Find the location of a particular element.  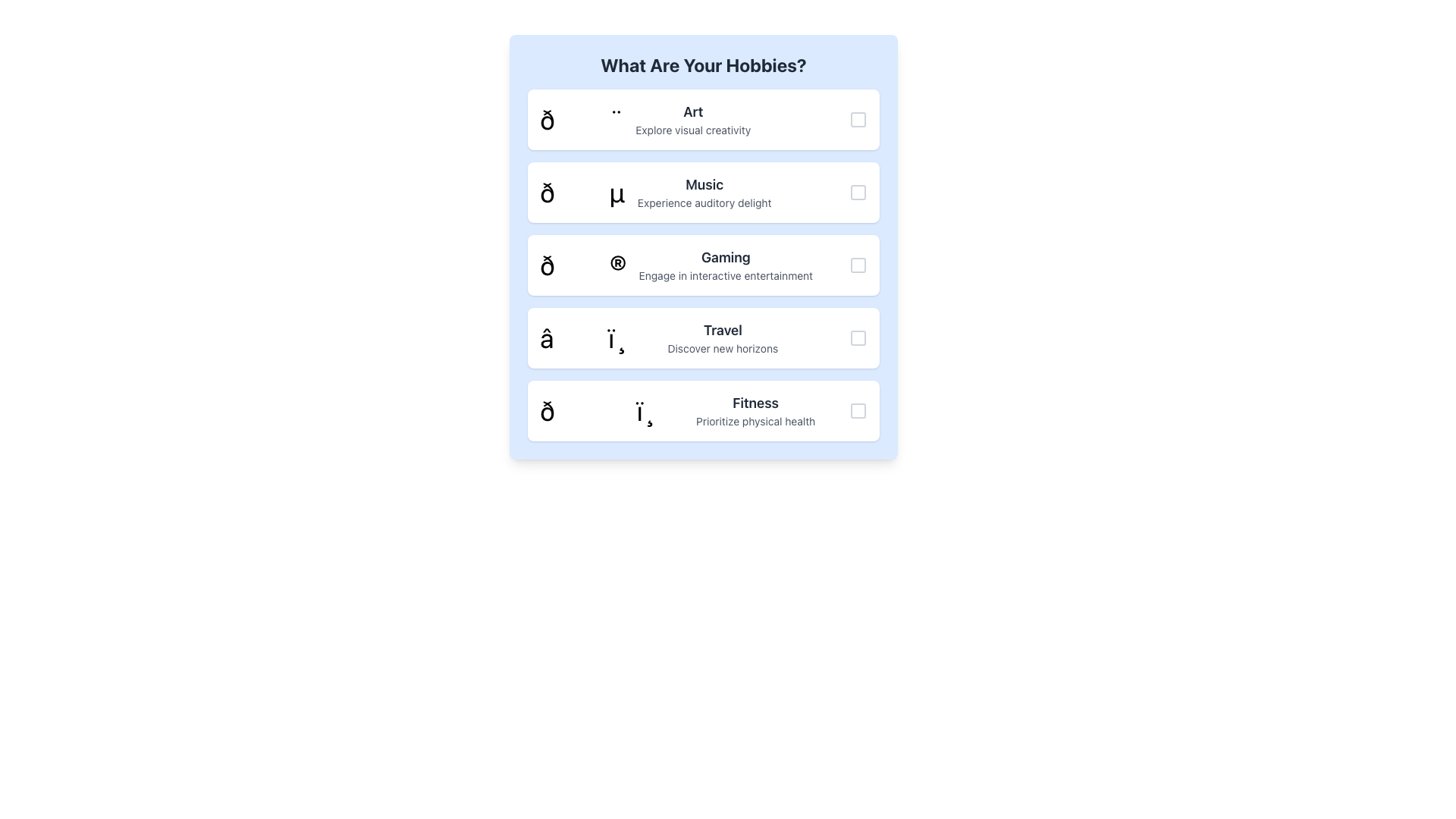

the non-interactive text block that provides a title and description for the activity 'Travel', located within the fourth card under 'What Are Your Hobbies?', positioned between 'Gaming' and 'Fitness' is located at coordinates (722, 337).